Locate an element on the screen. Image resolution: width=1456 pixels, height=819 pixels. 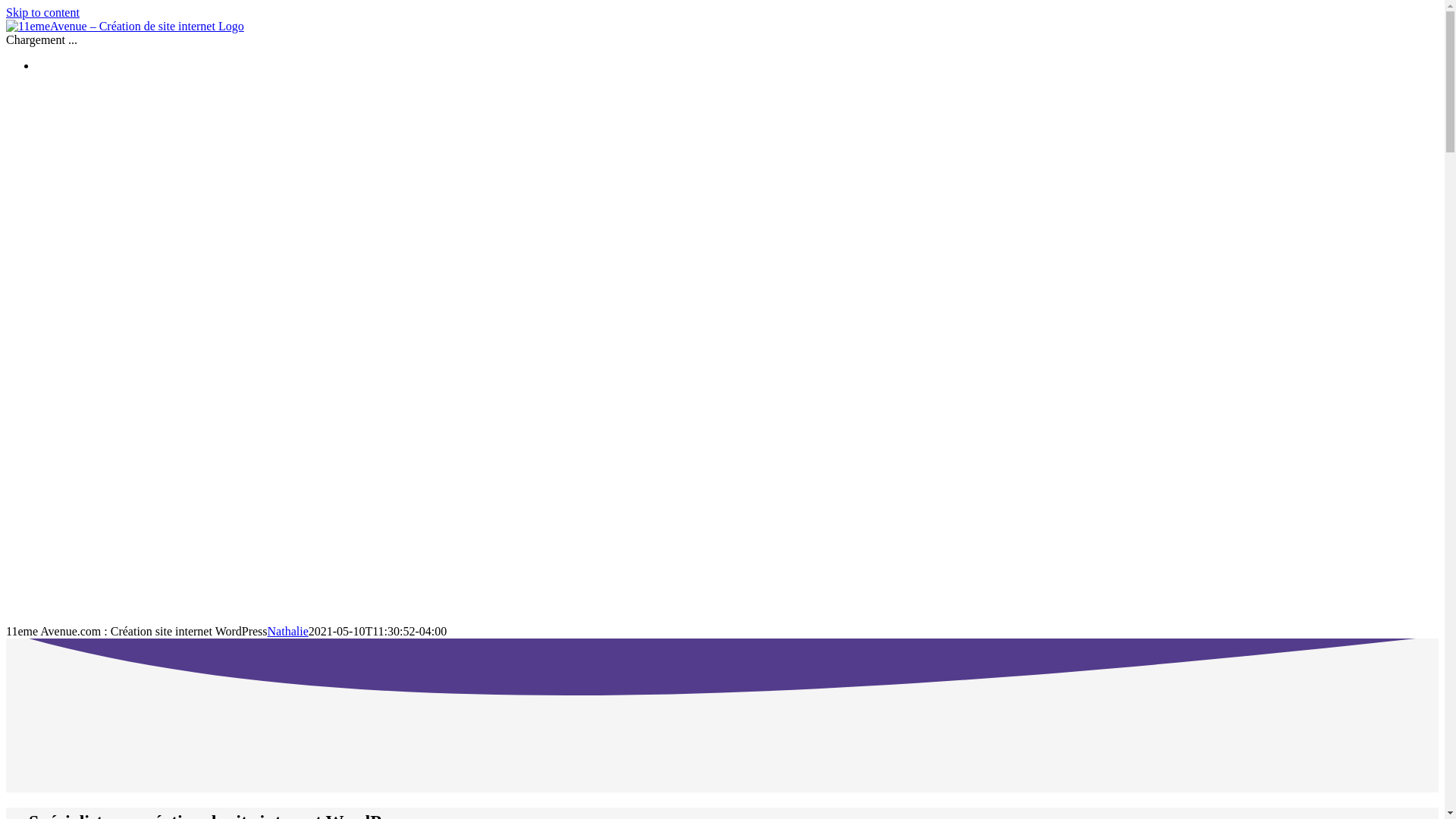
'Skip to content' is located at coordinates (42, 12).